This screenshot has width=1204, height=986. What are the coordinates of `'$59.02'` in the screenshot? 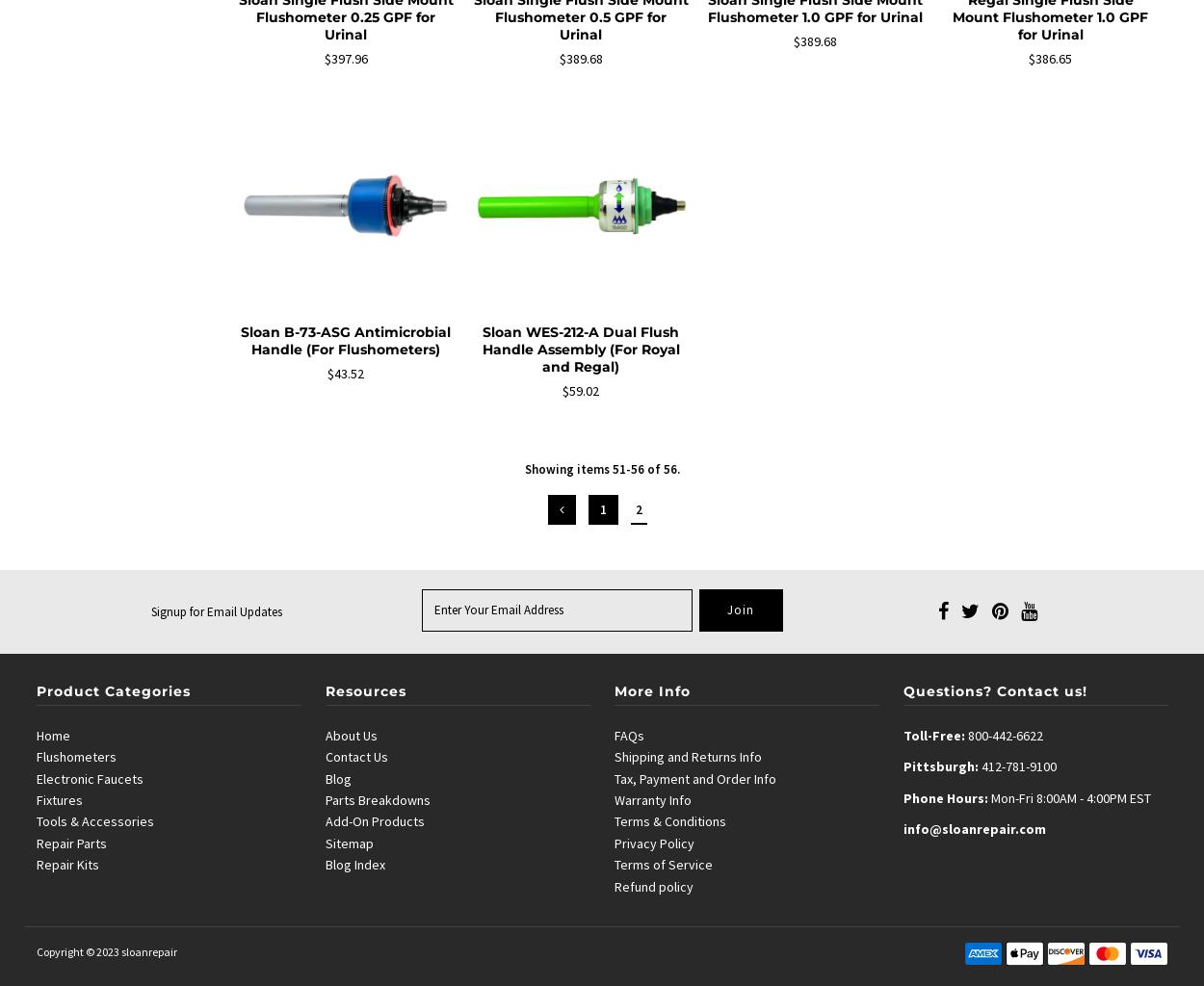 It's located at (562, 388).